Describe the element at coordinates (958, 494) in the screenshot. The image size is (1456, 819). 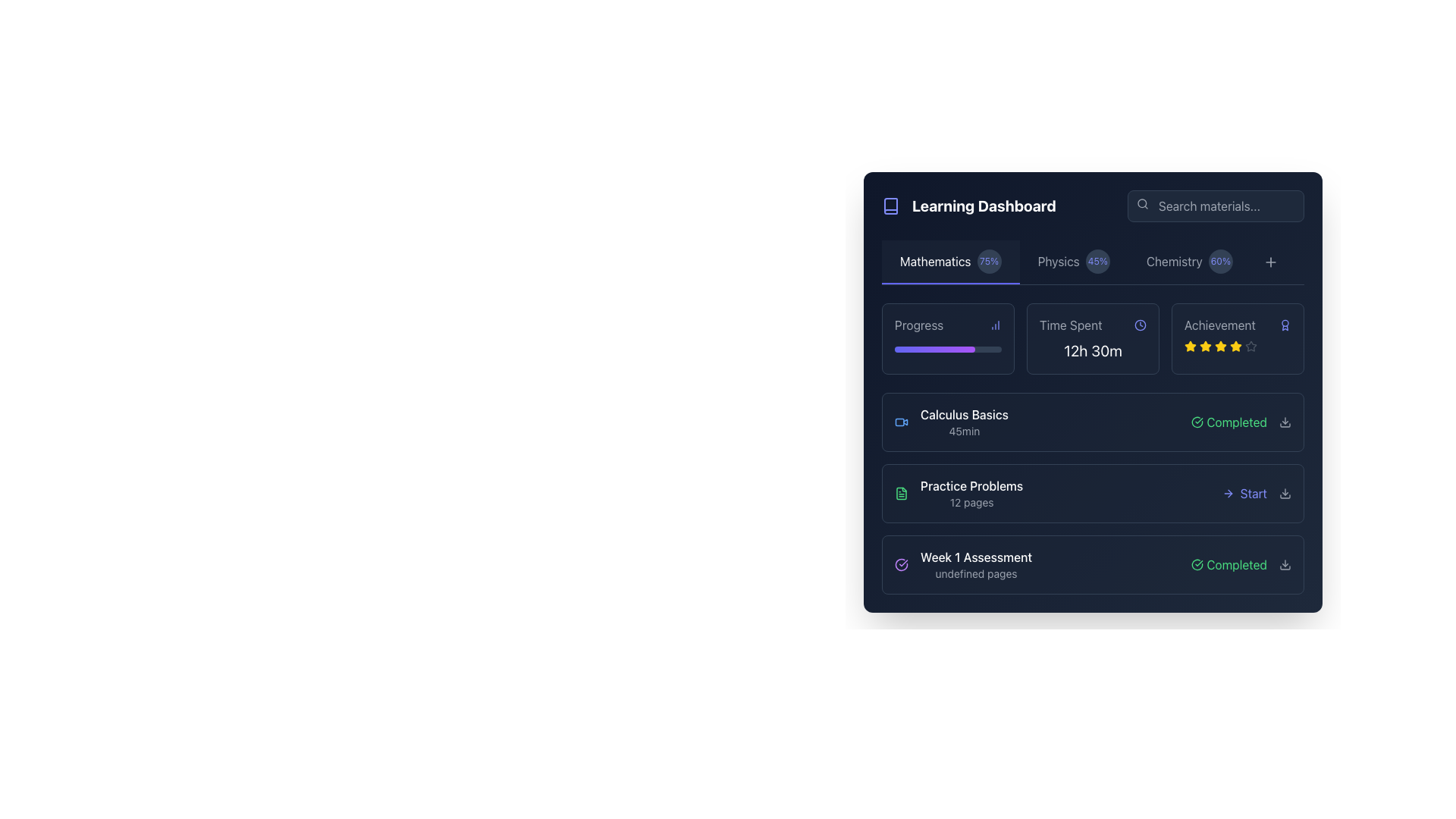
I see `the 'Practice Problems' course section item, which is positioned centrally in the dashboard interface, between 'Calculus Basics' and 'Week 1 Assessment'` at that location.